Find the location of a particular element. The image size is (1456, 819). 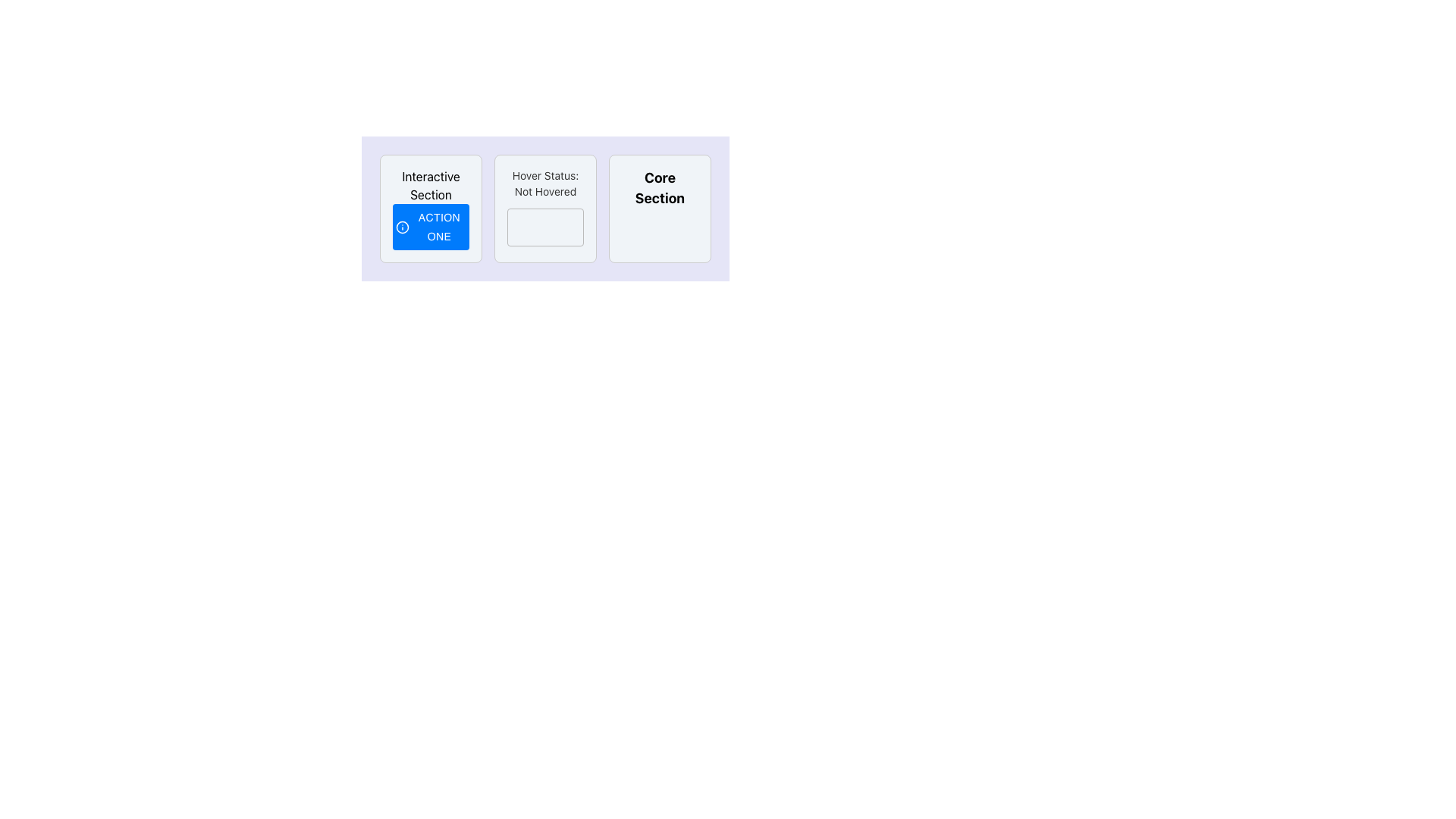

the 'Action One' button within the 'Interactive Section' card for keyboard interaction is located at coordinates (430, 209).